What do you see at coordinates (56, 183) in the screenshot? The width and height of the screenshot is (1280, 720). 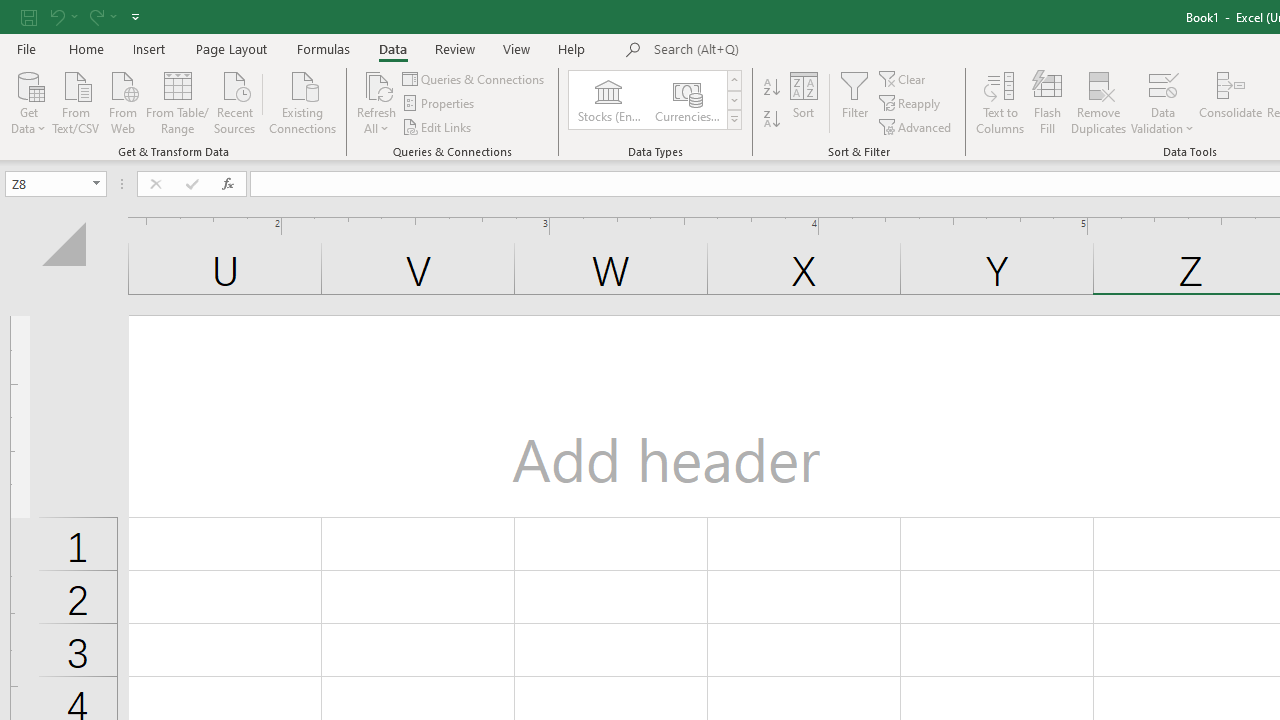 I see `'Name Box'` at bounding box center [56, 183].